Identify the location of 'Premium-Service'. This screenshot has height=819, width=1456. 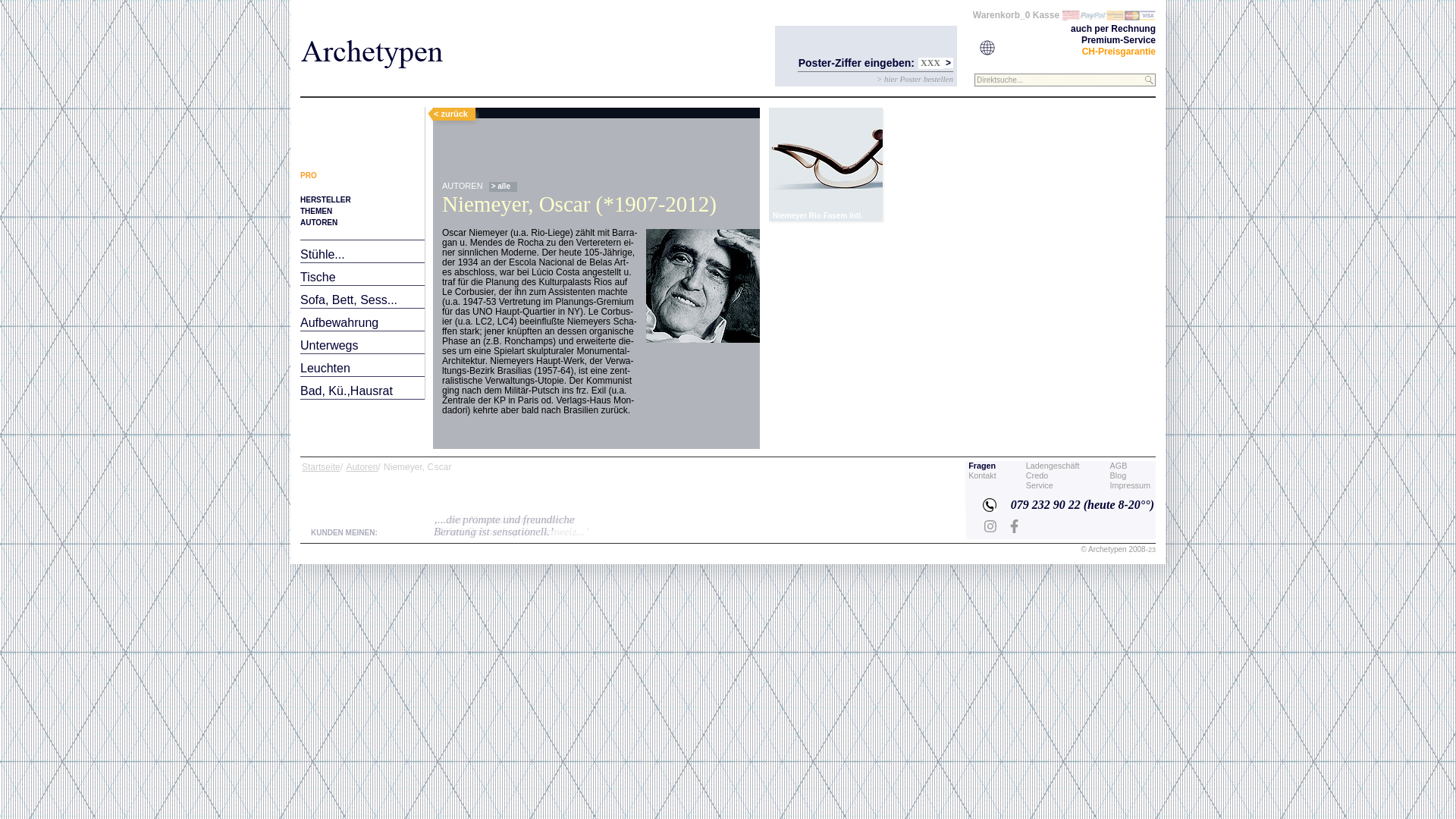
(1080, 39).